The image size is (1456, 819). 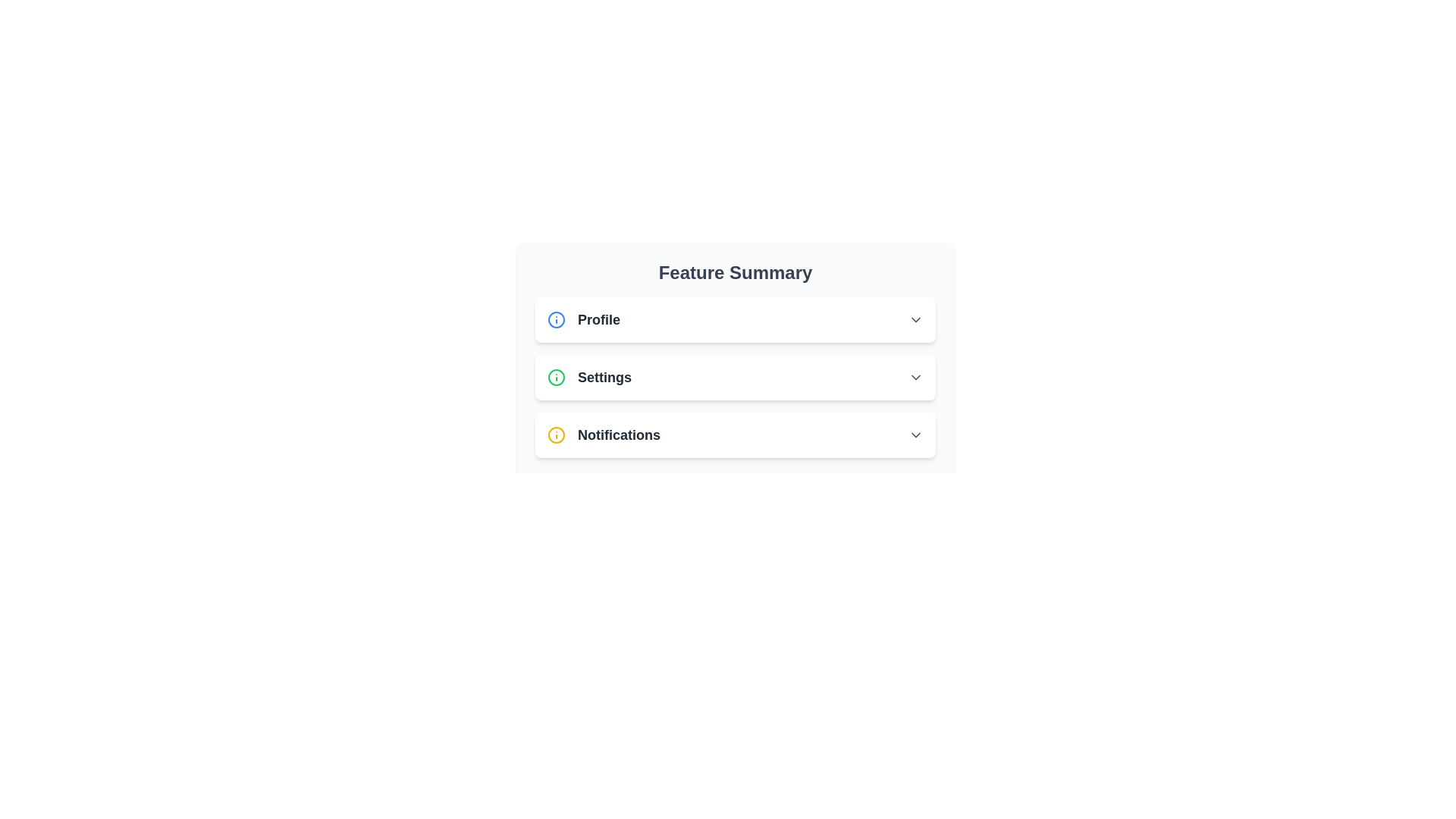 What do you see at coordinates (604, 376) in the screenshot?
I see `text label indicating the name or title of the corresponding settings section or option, which is located to the right of a circular green icon with an 'i' symbol and above the 'Notifications' option under the header 'Feature Summary'` at bounding box center [604, 376].